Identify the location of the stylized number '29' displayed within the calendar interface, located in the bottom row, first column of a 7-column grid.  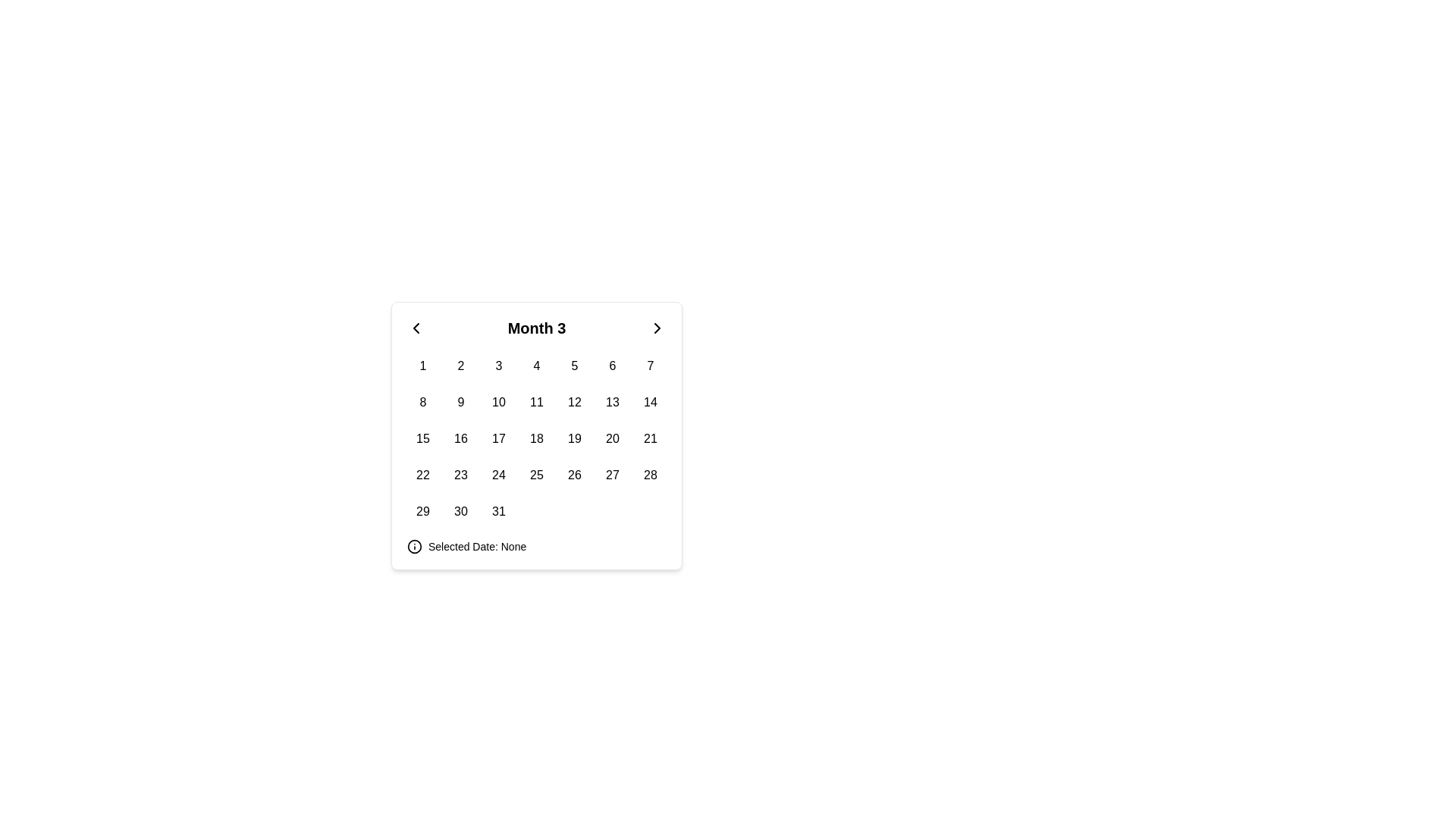
(422, 512).